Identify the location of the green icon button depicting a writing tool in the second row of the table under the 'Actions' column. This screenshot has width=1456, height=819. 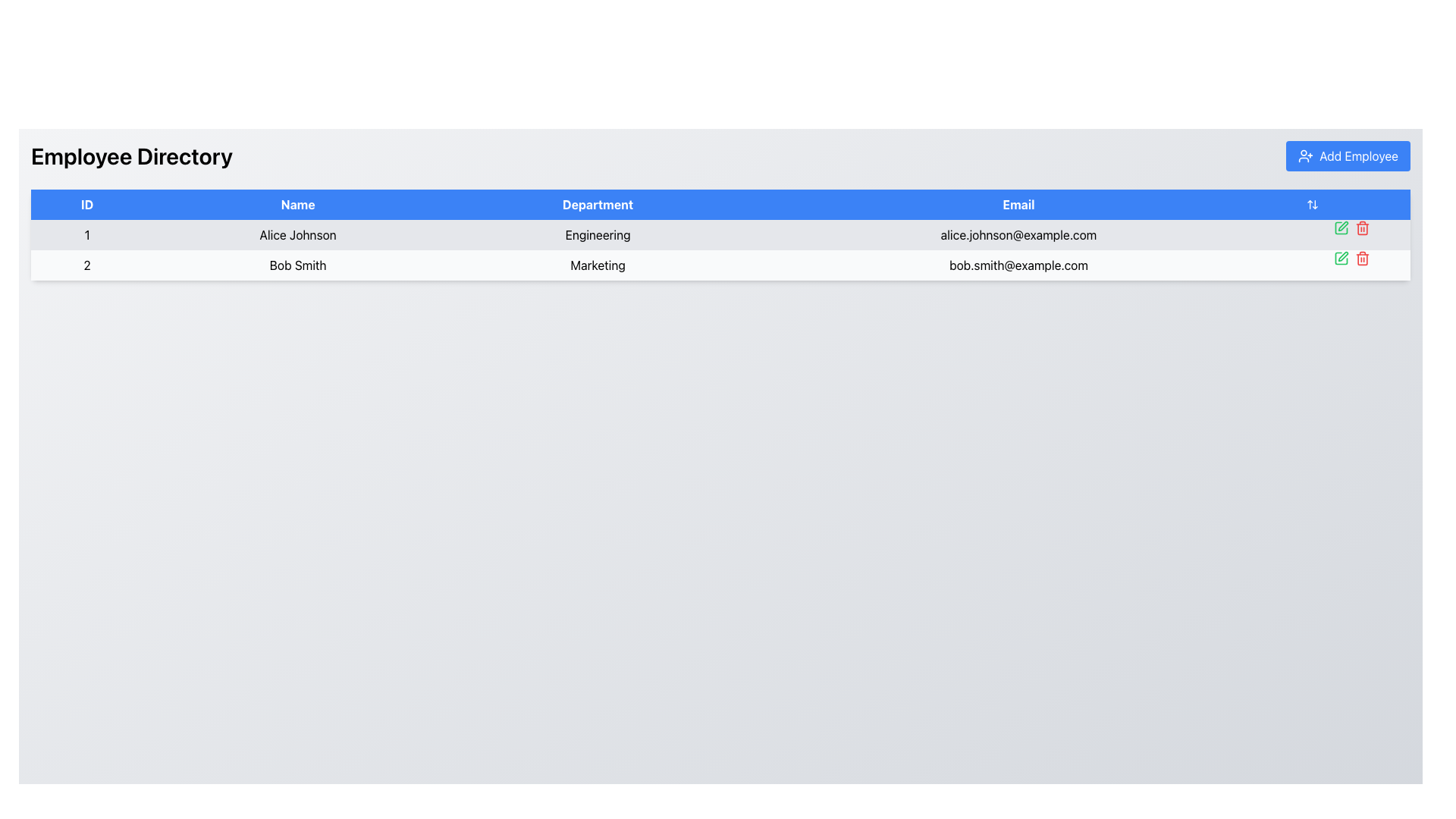
(1343, 256).